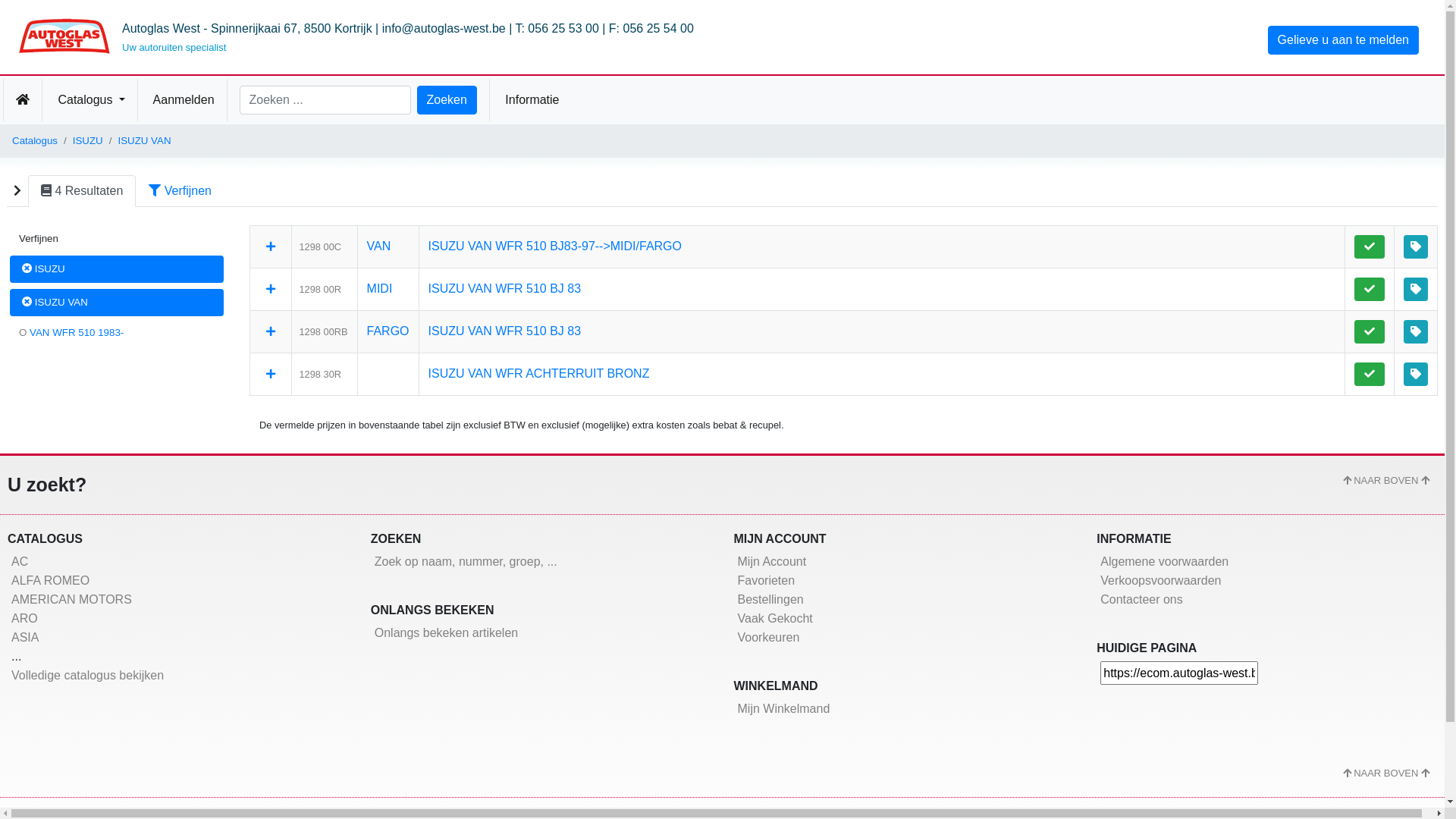  Describe the element at coordinates (1163, 561) in the screenshot. I see `'Algemene voorwaarden'` at that location.